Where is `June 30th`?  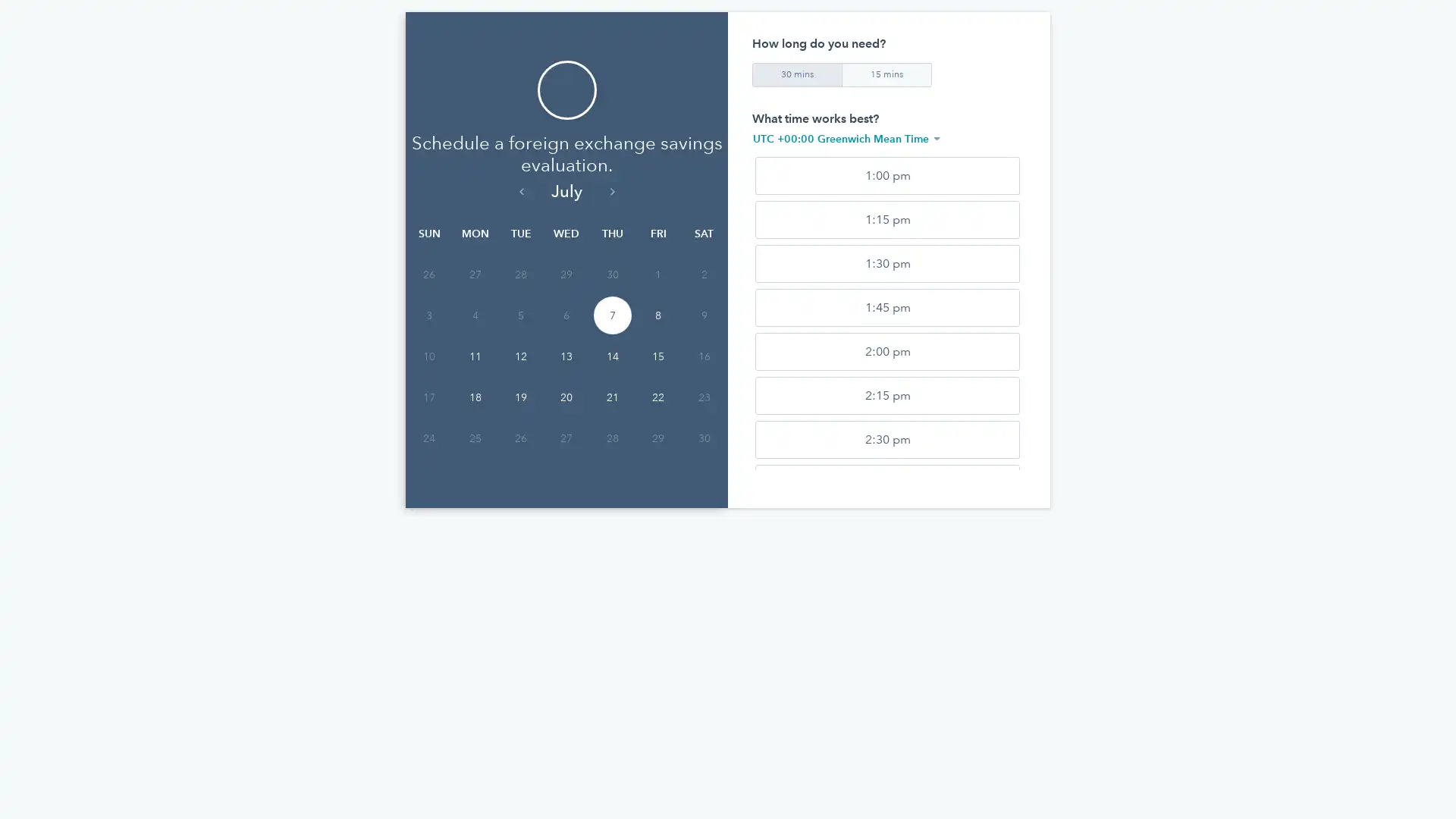
June 30th is located at coordinates (611, 275).